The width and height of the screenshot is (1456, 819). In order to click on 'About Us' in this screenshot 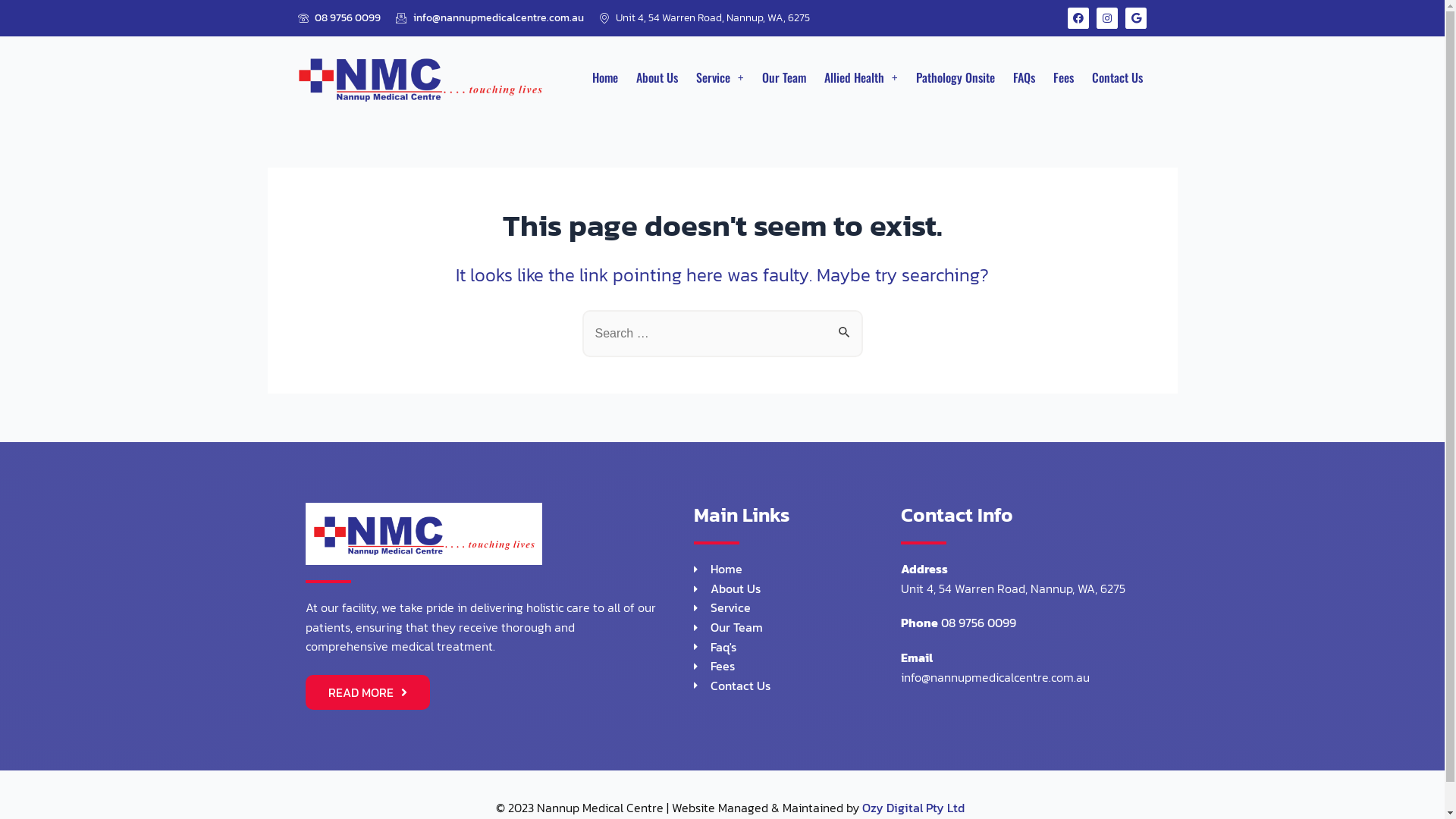, I will do `click(657, 77)`.